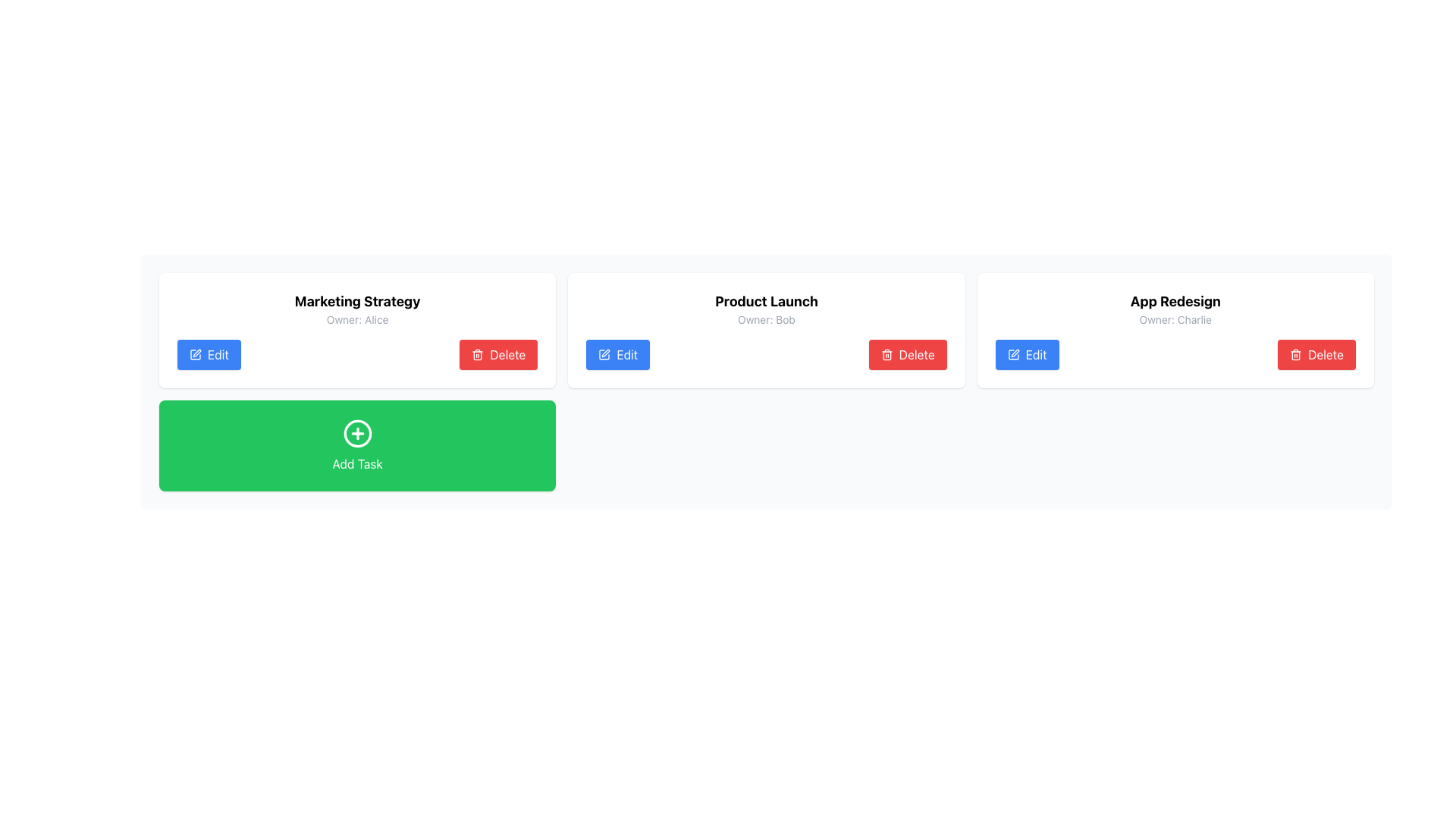  Describe the element at coordinates (195, 354) in the screenshot. I see `the 'Edit' button which contains the square-shaped icon fragment located towards the top-left portion of the button` at that location.